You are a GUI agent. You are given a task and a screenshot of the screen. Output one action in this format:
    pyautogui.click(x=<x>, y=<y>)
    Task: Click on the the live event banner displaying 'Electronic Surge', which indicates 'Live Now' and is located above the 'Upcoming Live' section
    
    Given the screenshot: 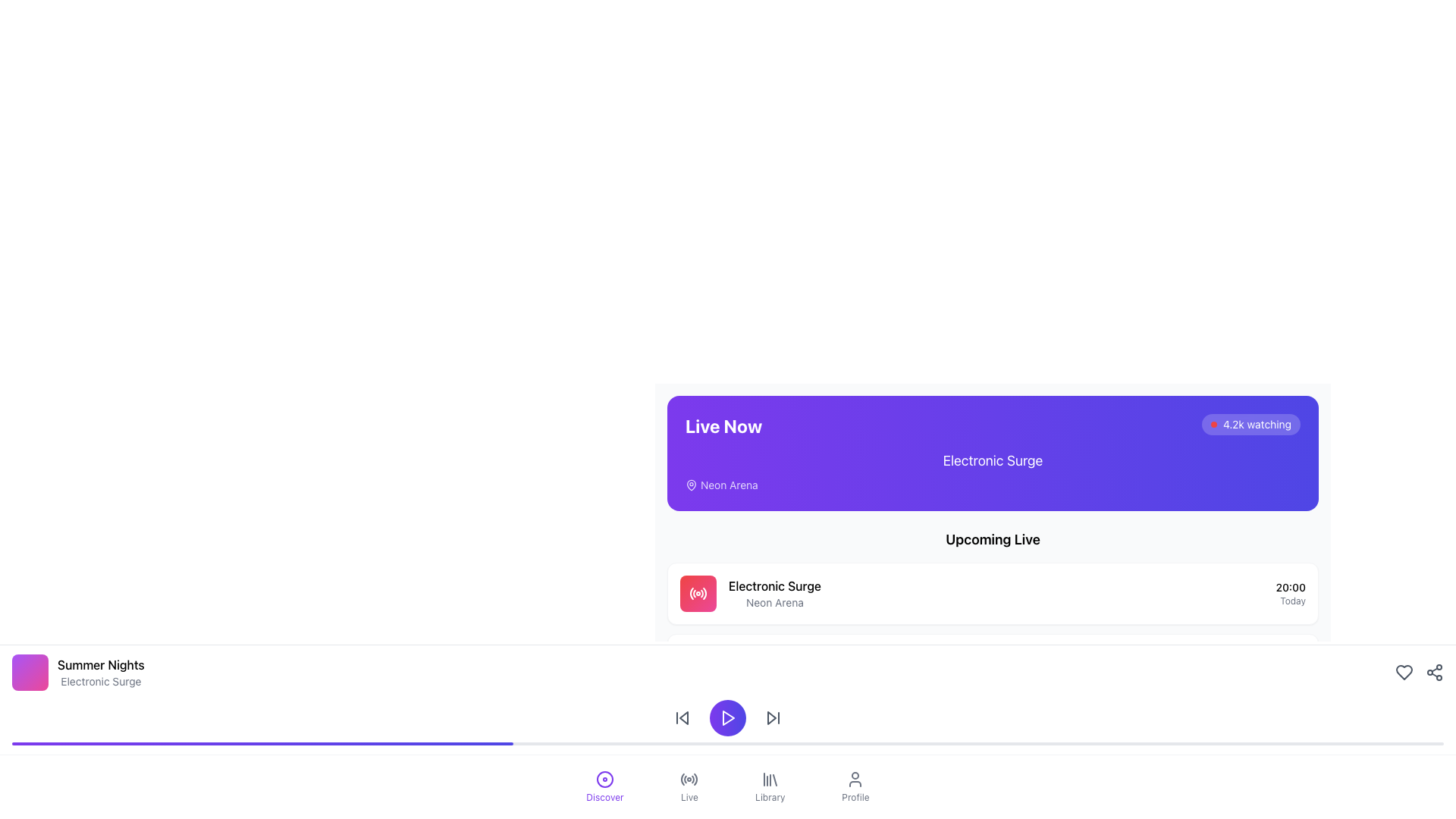 What is the action you would take?
    pyautogui.click(x=993, y=452)
    